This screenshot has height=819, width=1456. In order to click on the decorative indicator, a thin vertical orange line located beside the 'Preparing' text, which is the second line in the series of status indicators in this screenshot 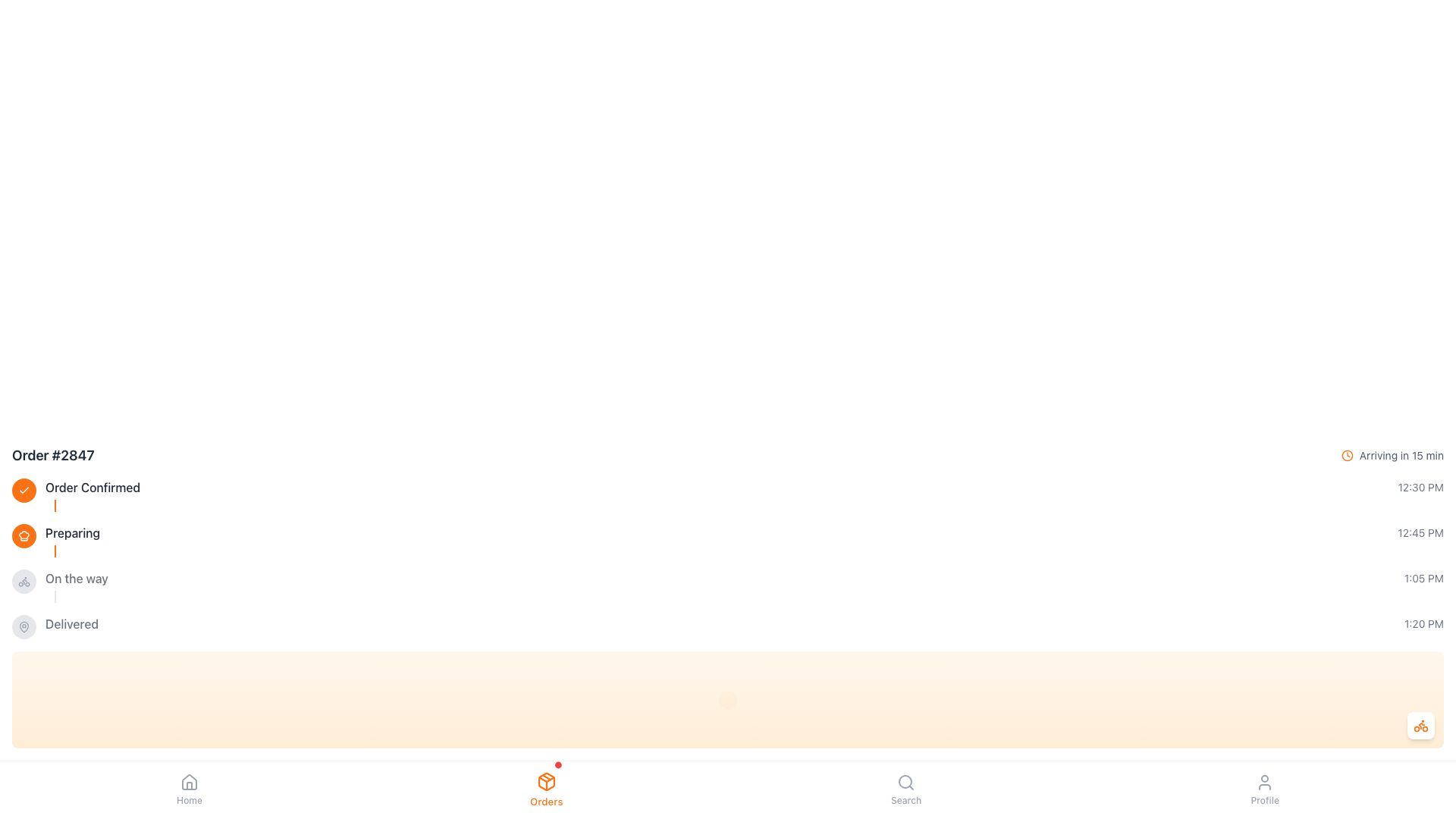, I will do `click(55, 551)`.